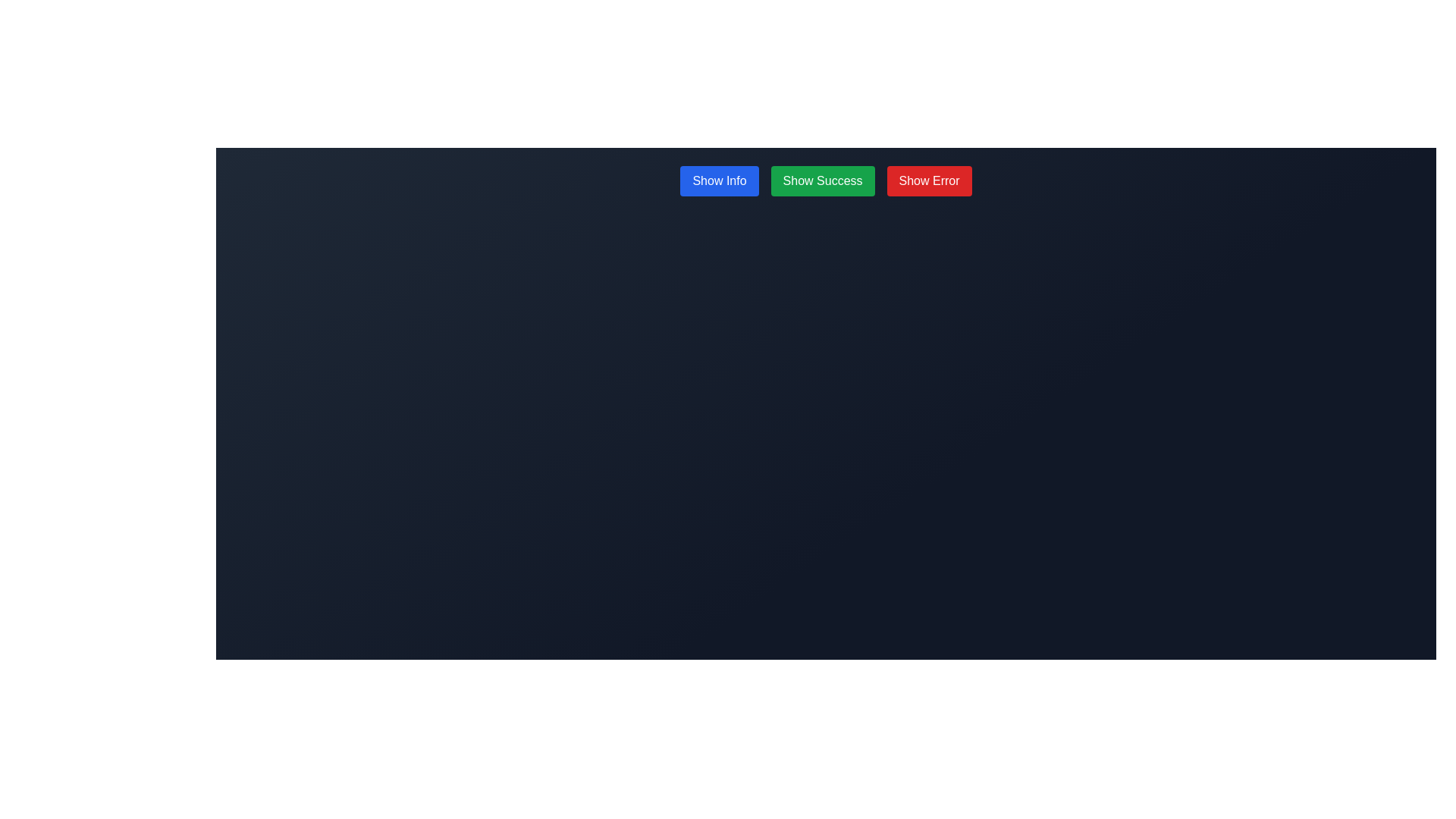  I want to click on the success button located centrally between the 'Show Info' button and the 'Show Error' button, so click(821, 180).